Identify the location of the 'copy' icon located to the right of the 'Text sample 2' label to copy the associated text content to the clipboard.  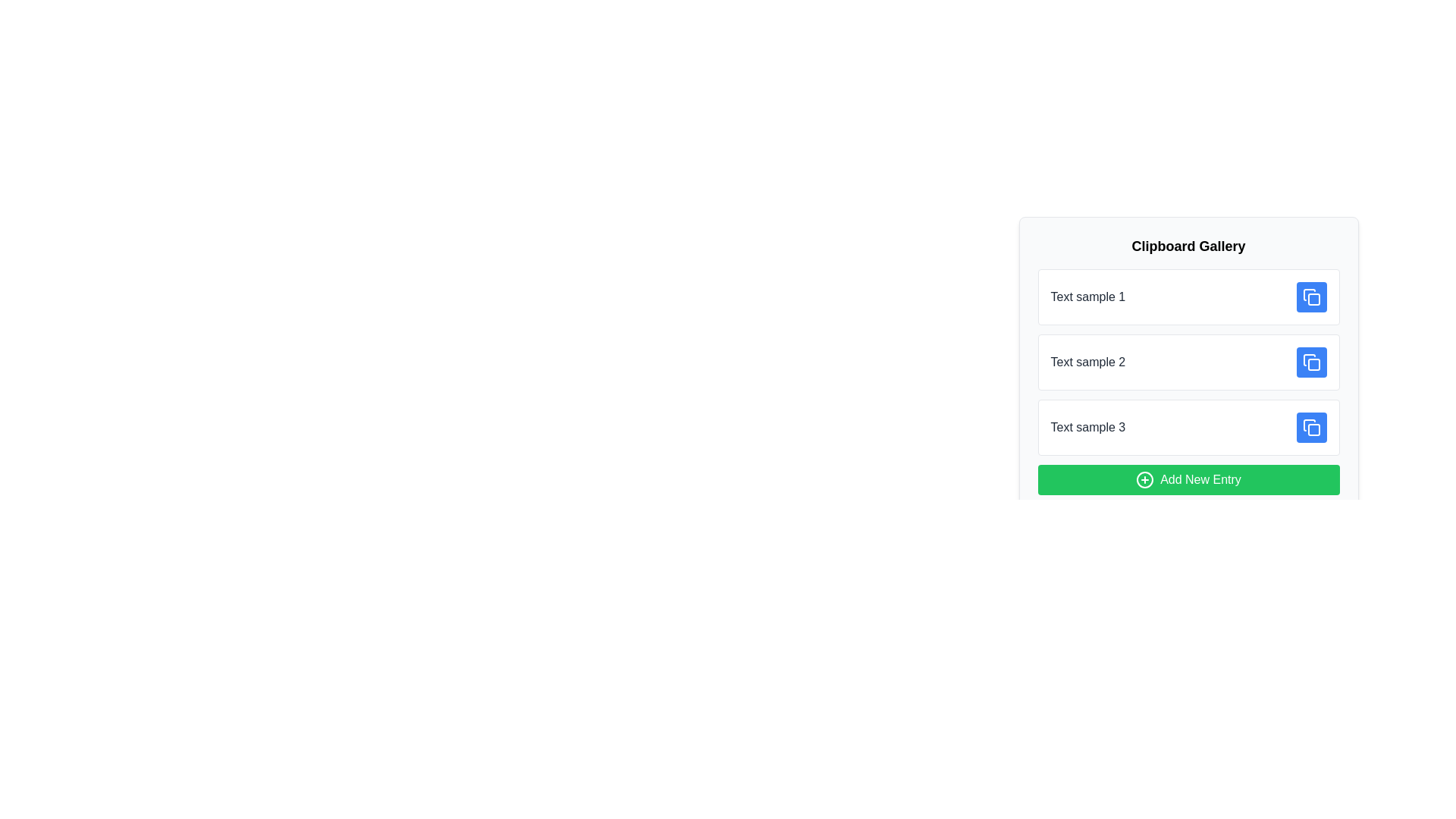
(1310, 362).